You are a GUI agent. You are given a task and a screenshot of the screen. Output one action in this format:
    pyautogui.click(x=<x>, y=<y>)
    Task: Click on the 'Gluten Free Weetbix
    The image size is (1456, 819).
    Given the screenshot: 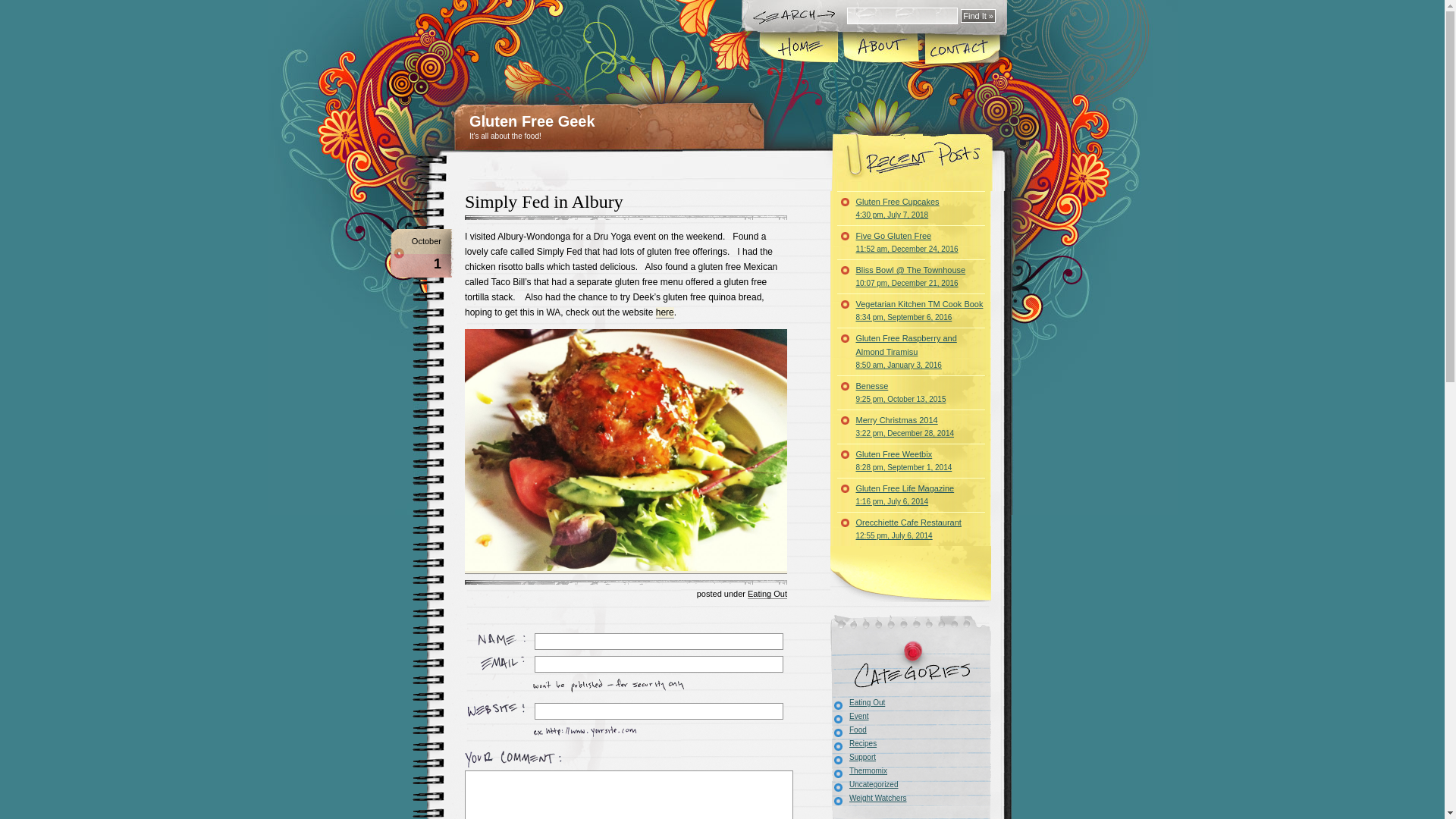 What is the action you would take?
    pyautogui.click(x=836, y=460)
    